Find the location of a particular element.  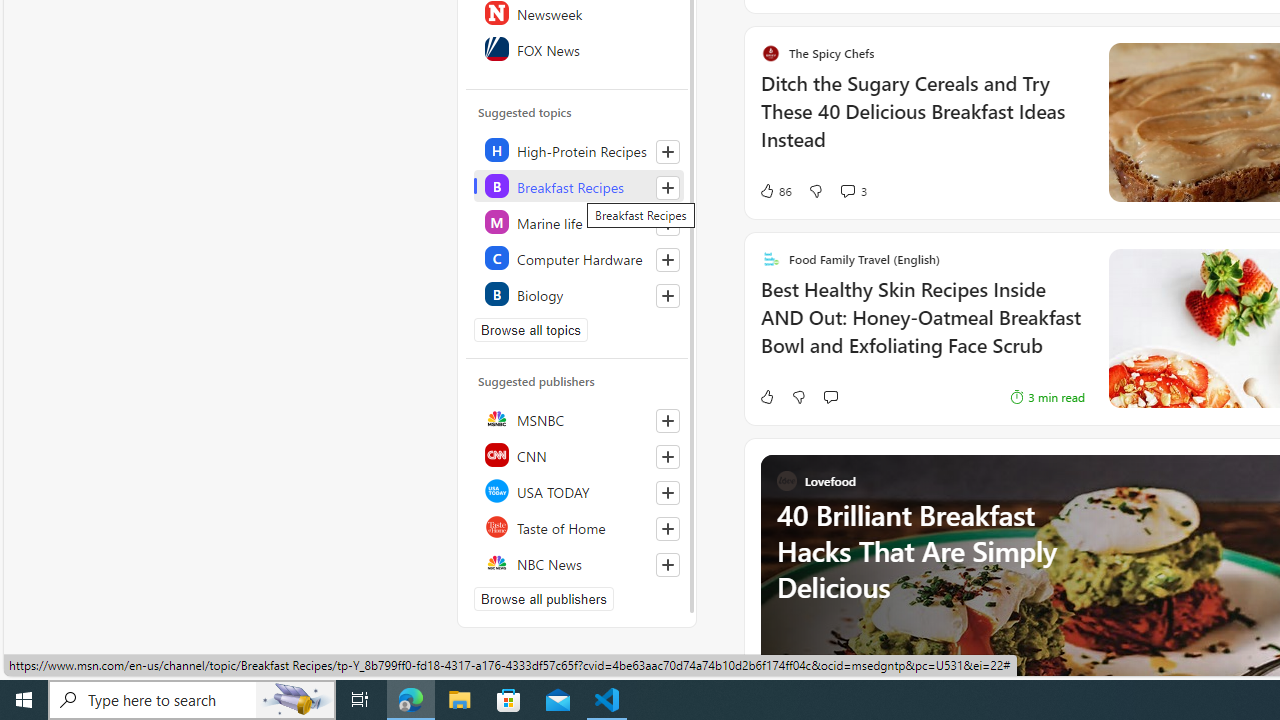

'CNN' is located at coordinates (577, 455).